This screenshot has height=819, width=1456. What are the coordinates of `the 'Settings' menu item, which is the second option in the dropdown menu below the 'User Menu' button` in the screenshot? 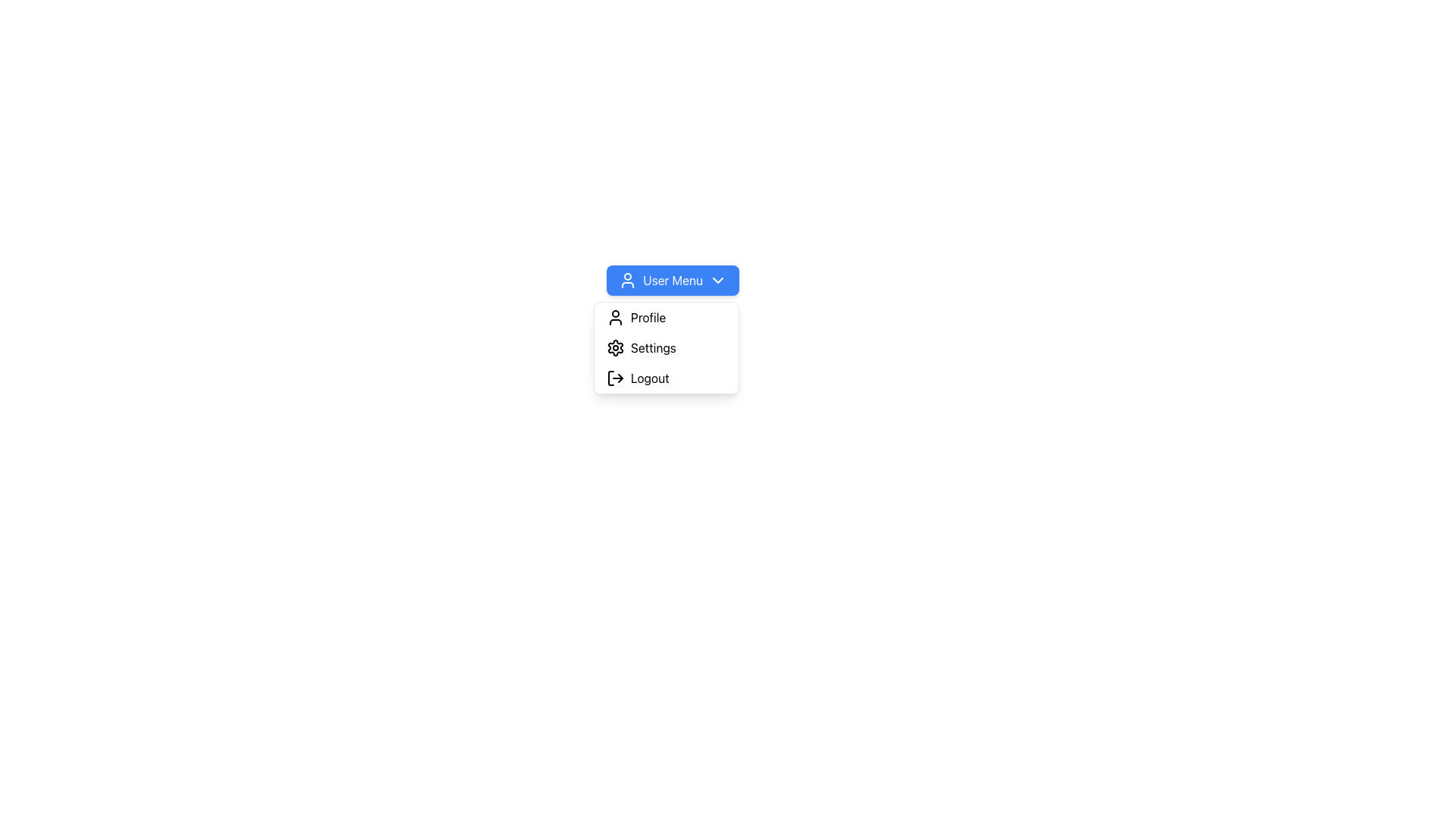 It's located at (666, 348).